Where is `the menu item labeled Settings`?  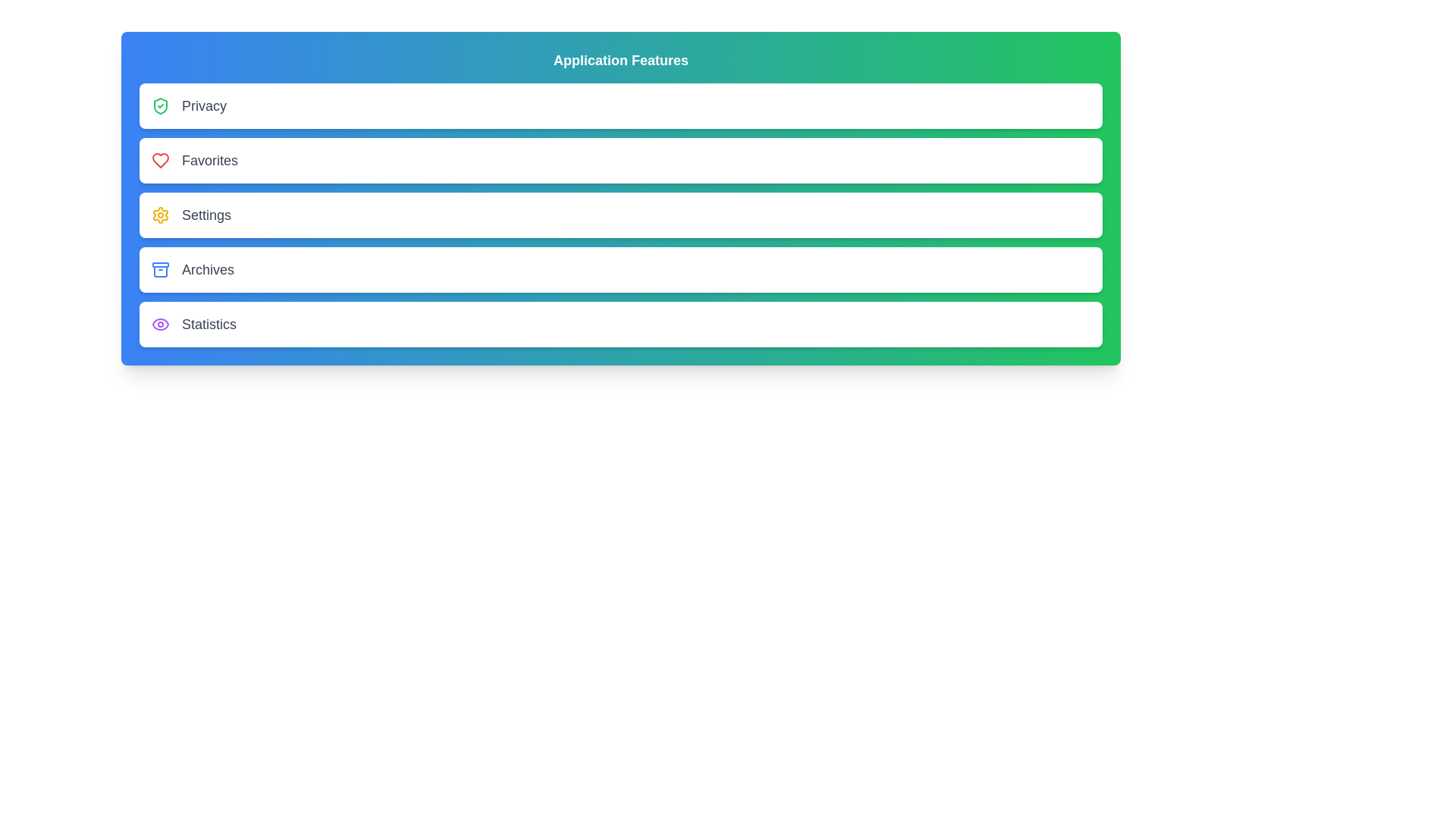
the menu item labeled Settings is located at coordinates (621, 215).